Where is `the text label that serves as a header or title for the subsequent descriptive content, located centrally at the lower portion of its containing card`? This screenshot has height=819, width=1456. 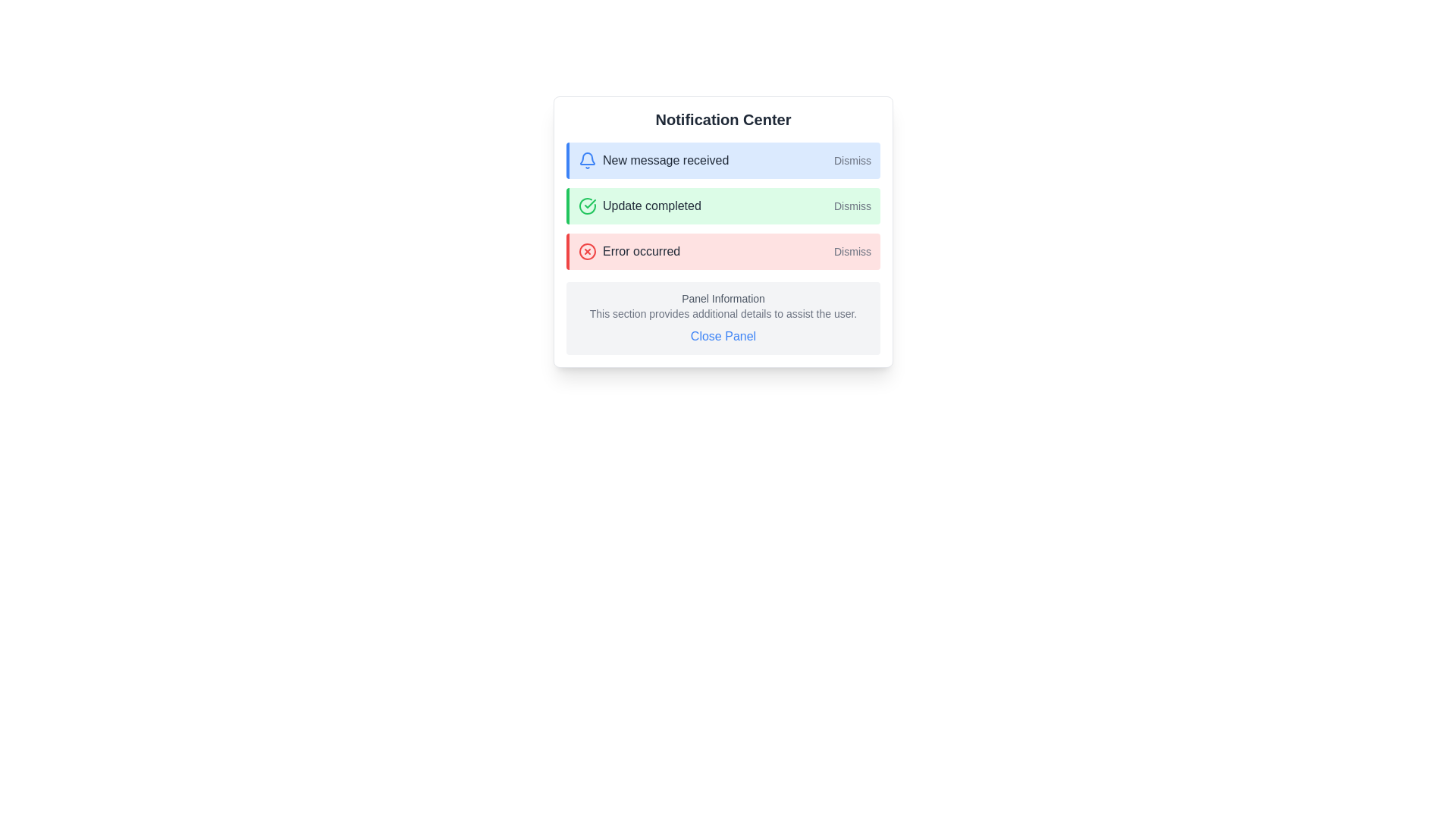 the text label that serves as a header or title for the subsequent descriptive content, located centrally at the lower portion of its containing card is located at coordinates (723, 298).